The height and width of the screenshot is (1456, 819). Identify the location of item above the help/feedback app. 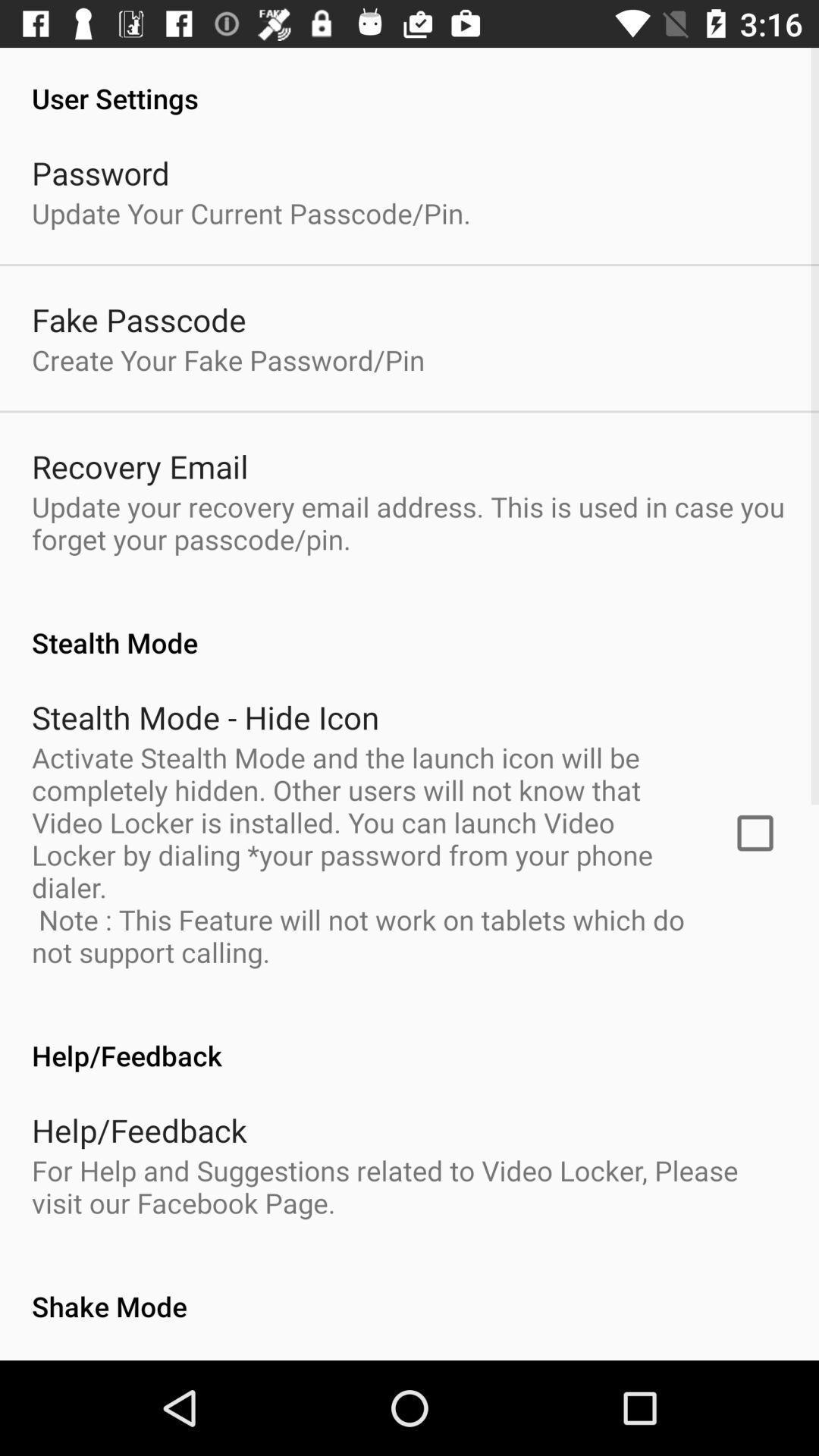
(755, 832).